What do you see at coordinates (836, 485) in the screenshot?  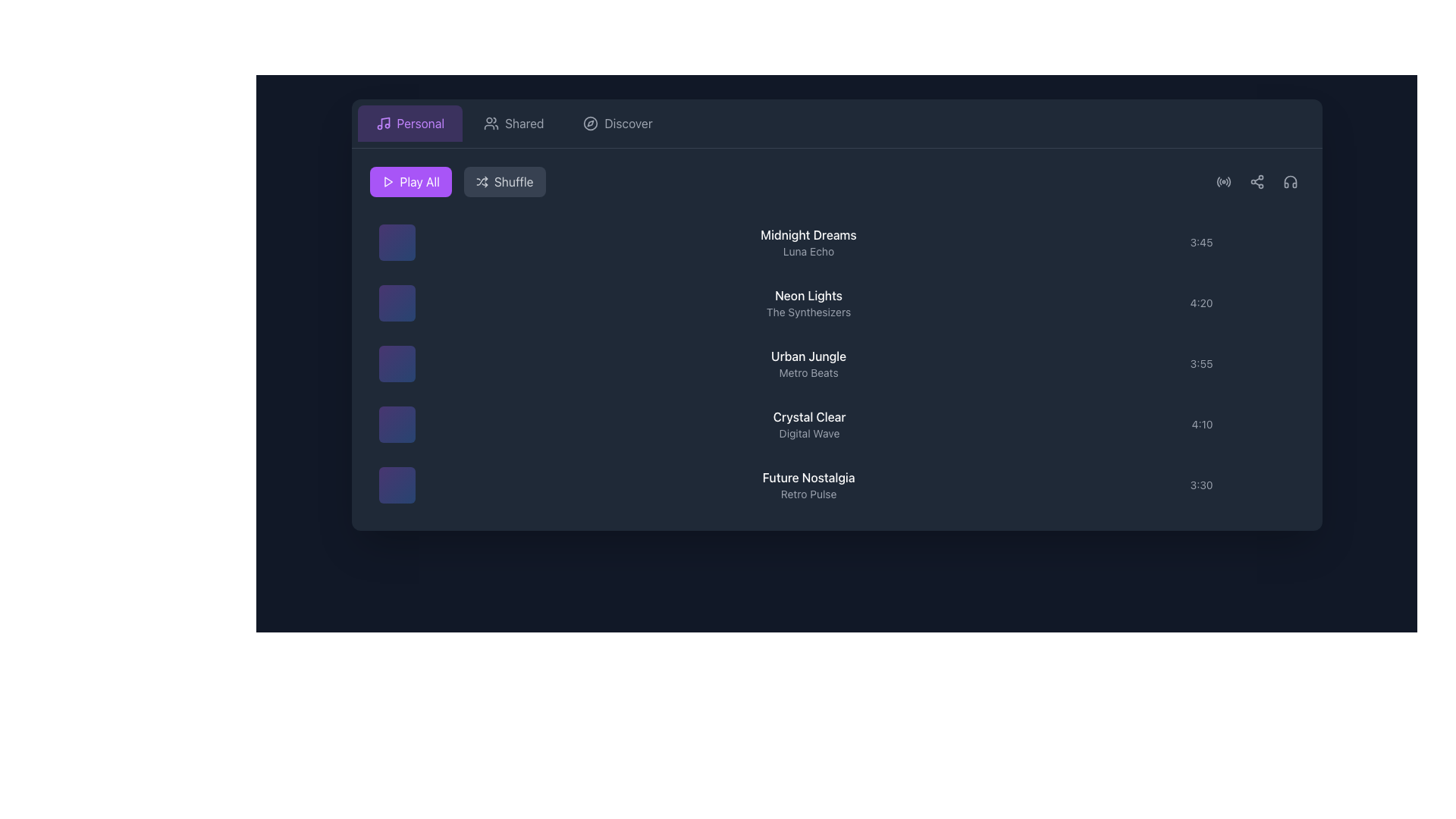 I see `the last song entry in the playlist, which displays the song title, artist, and duration` at bounding box center [836, 485].